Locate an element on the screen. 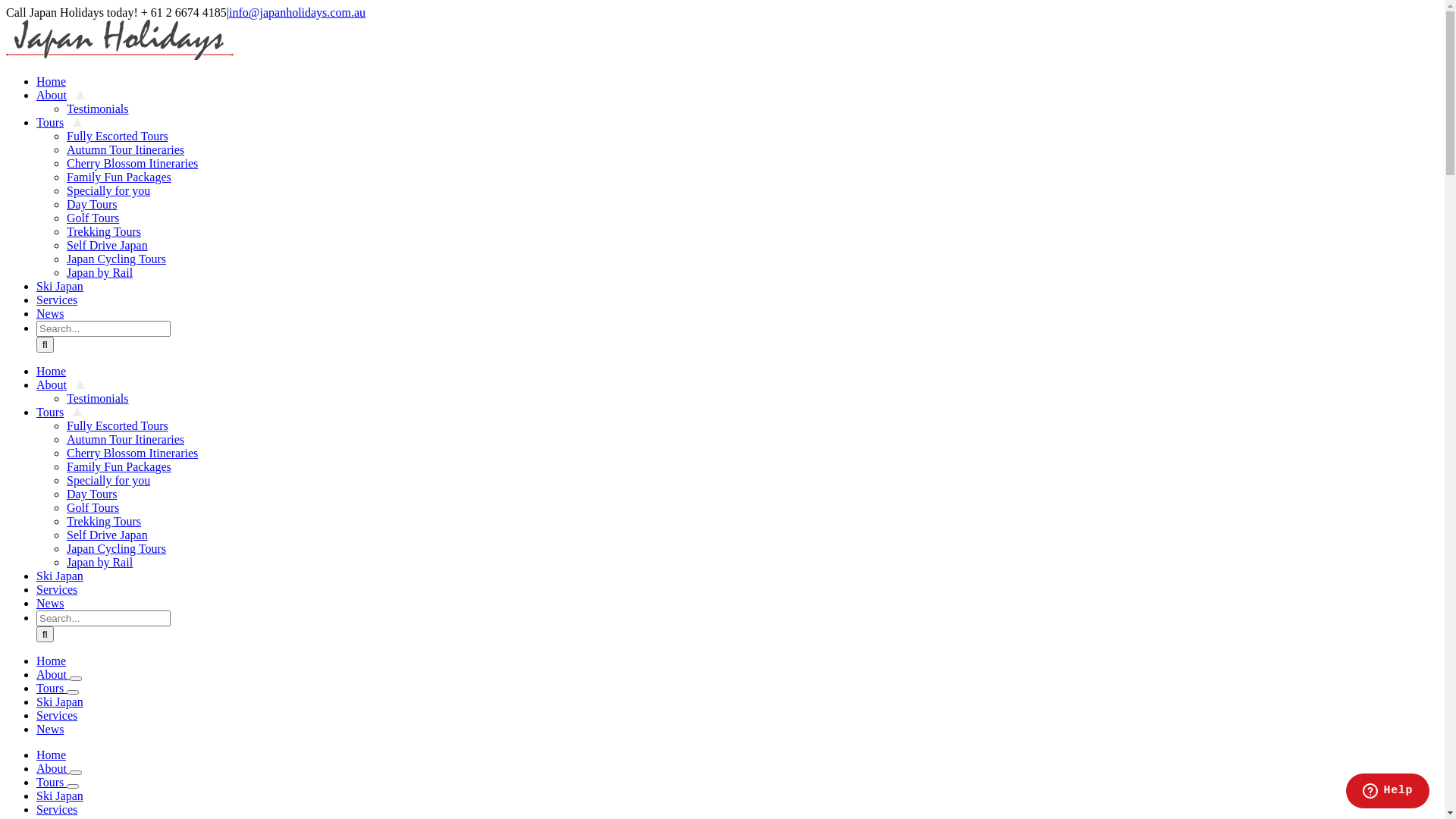 This screenshot has width=1456, height=819. 'Testimonials' is located at coordinates (97, 397).